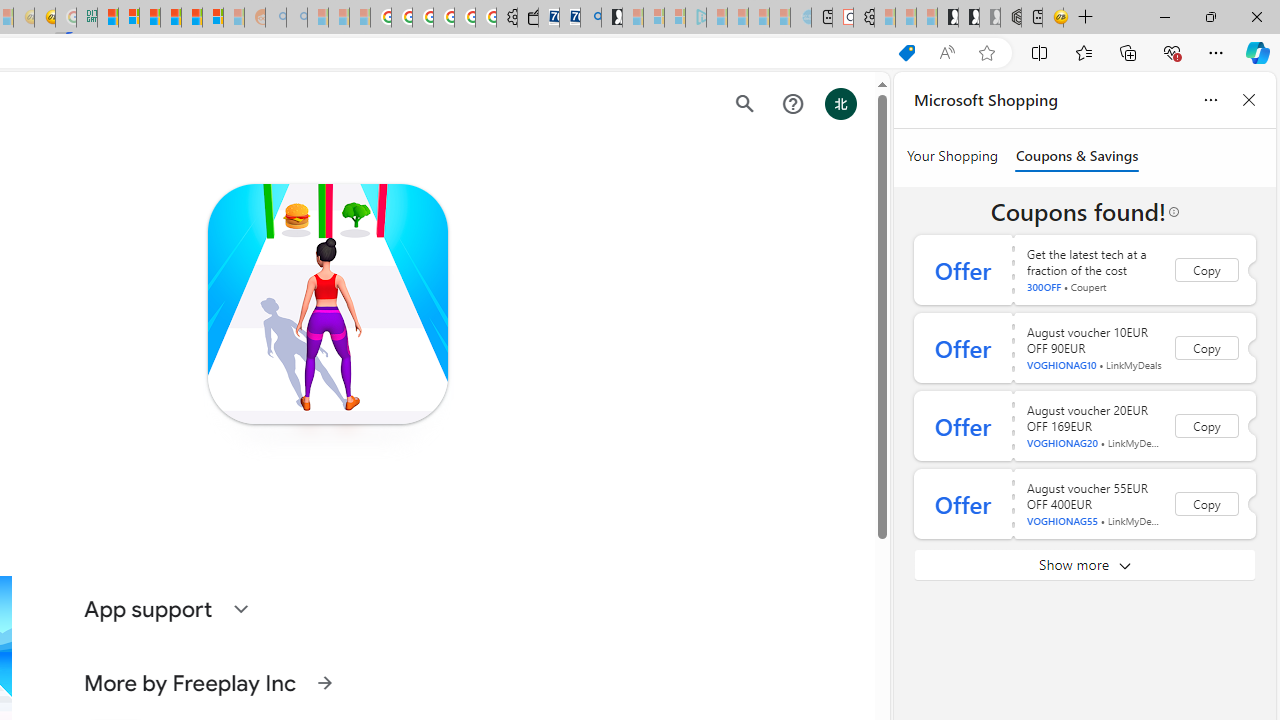 The width and height of the screenshot is (1280, 720). What do you see at coordinates (170, 17) in the screenshot?
I see `'Expert Portfolios'` at bounding box center [170, 17].